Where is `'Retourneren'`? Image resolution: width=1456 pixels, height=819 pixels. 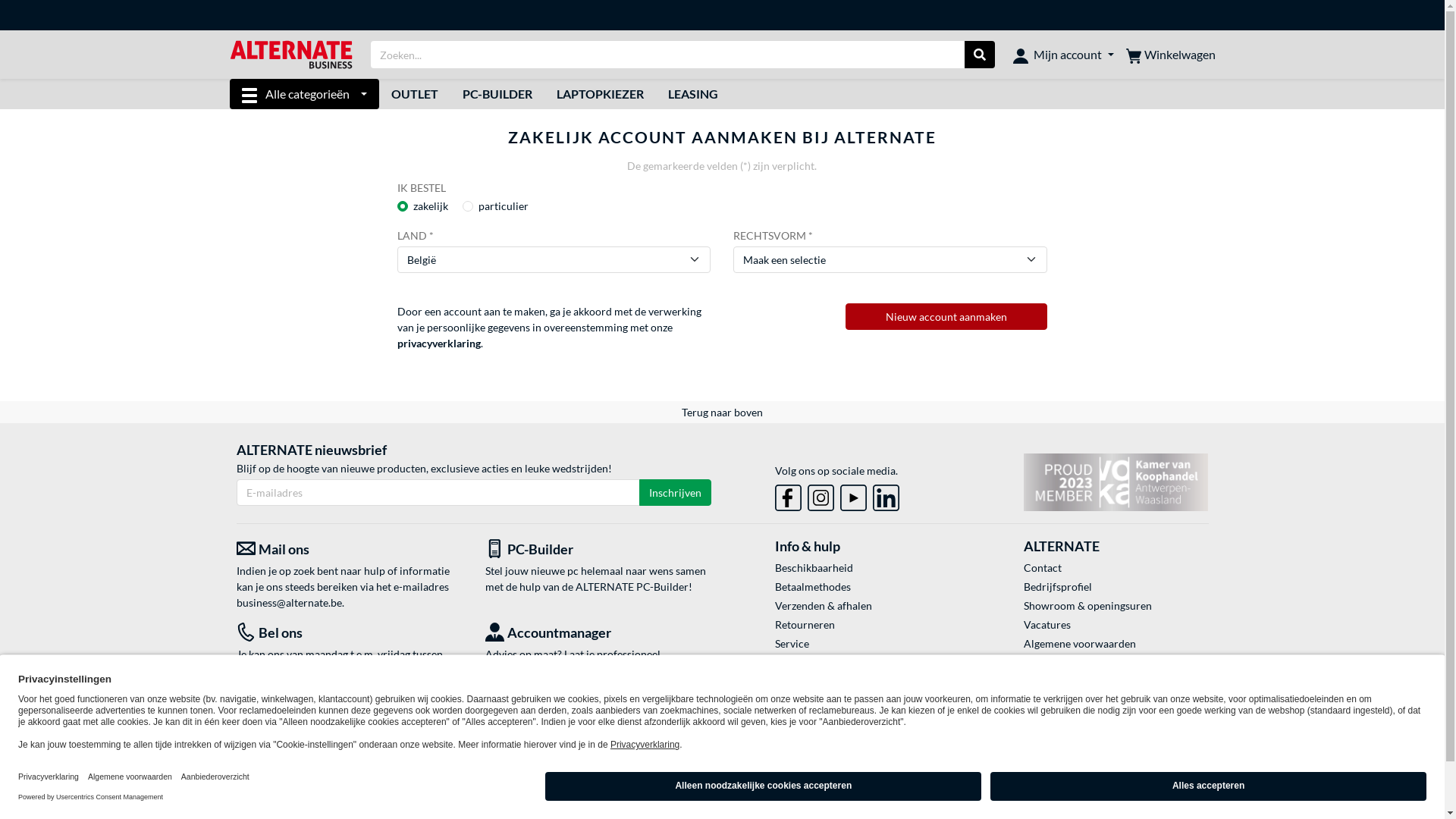
'Retourneren' is located at coordinates (867, 624).